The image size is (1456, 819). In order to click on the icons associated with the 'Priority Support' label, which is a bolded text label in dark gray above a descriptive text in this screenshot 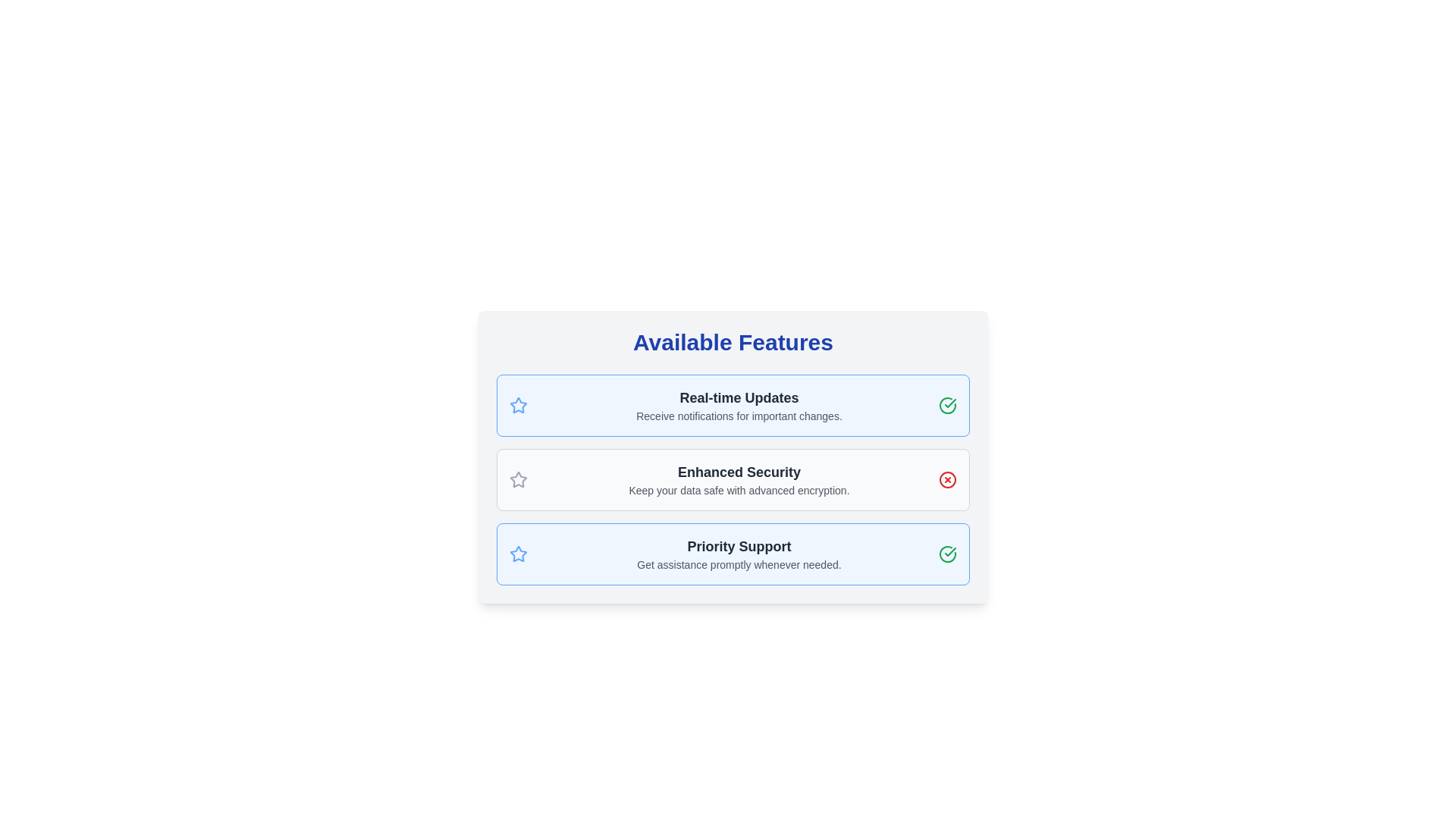, I will do `click(739, 547)`.